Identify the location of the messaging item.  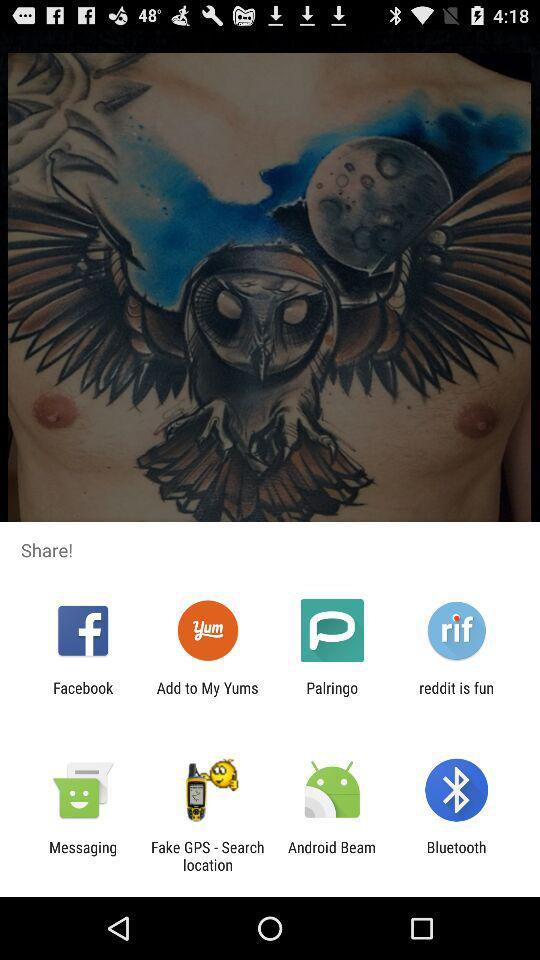
(82, 855).